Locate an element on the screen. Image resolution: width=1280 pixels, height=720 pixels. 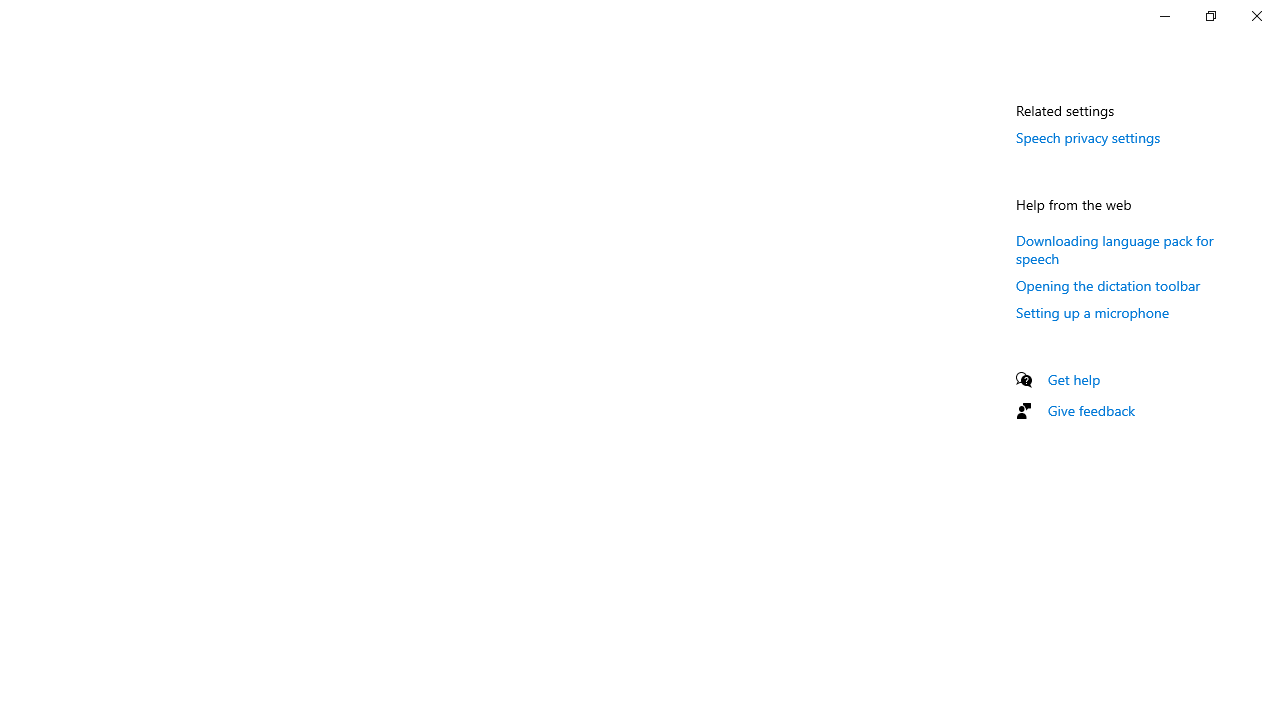
'Get help' is located at coordinates (1073, 379).